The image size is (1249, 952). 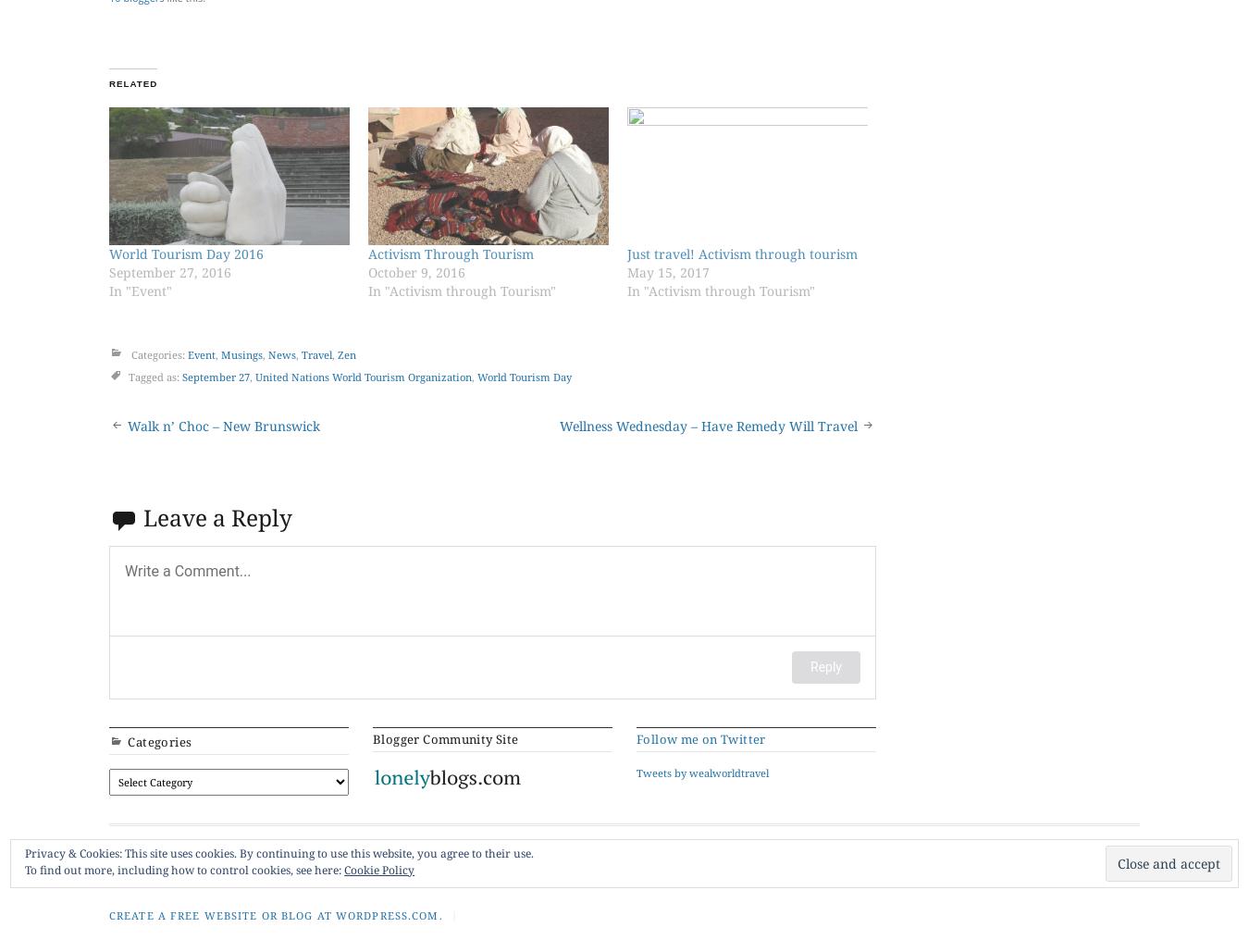 I want to click on 'Cookie Policy', so click(x=378, y=869).